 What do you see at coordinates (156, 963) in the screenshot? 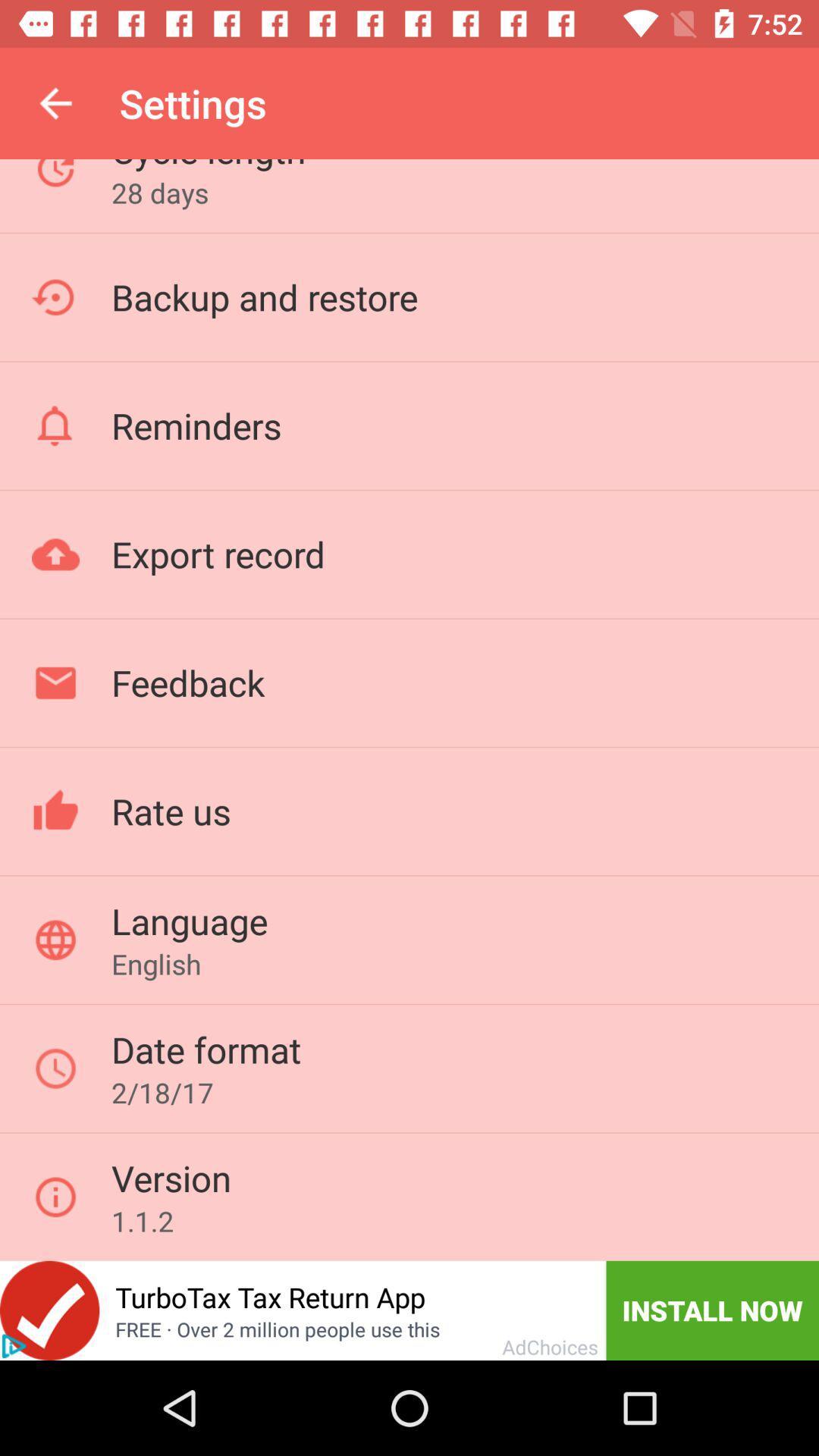
I see `english icon` at bounding box center [156, 963].